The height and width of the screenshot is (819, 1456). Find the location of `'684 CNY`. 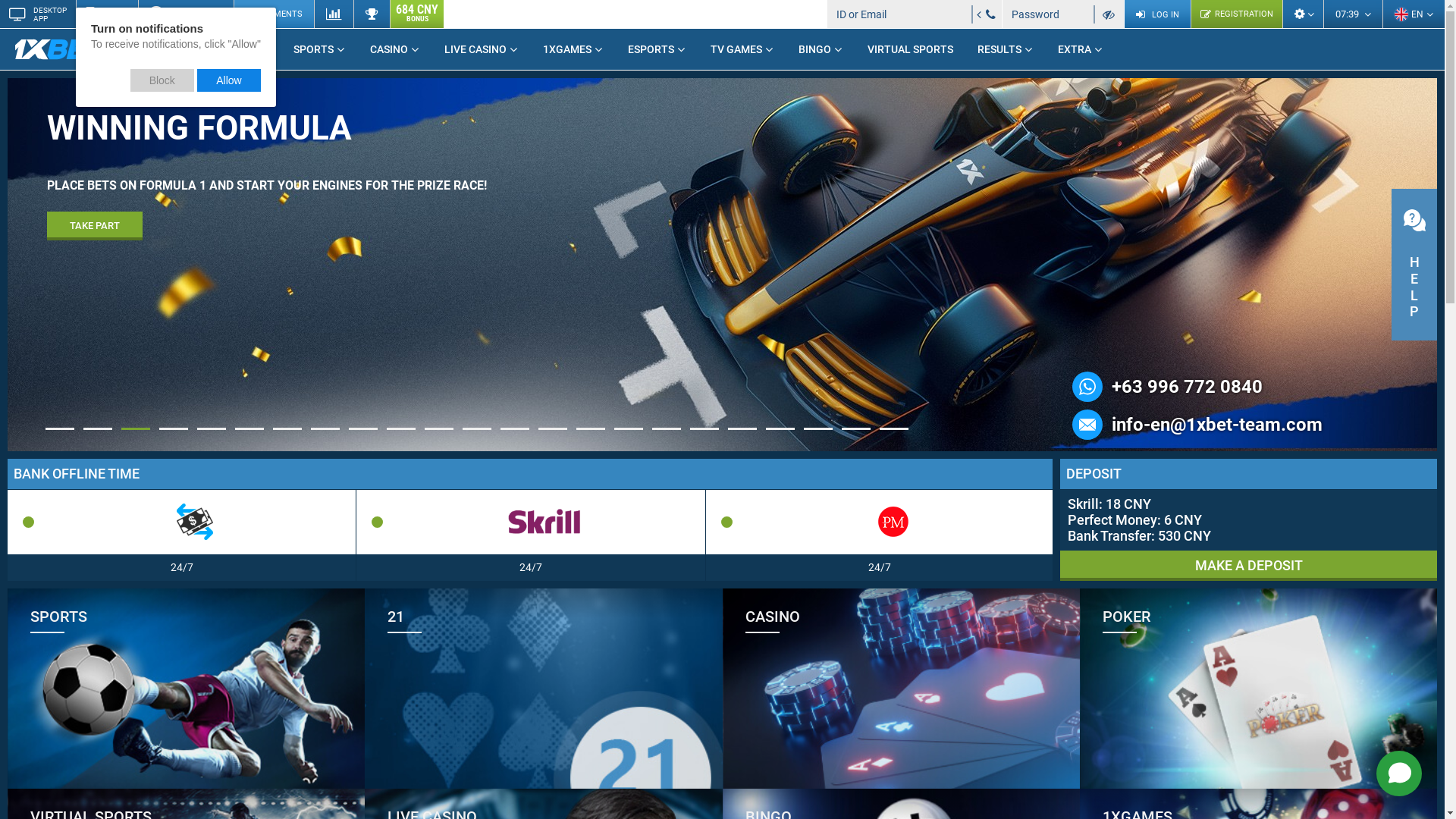

'684 CNY is located at coordinates (389, 14).